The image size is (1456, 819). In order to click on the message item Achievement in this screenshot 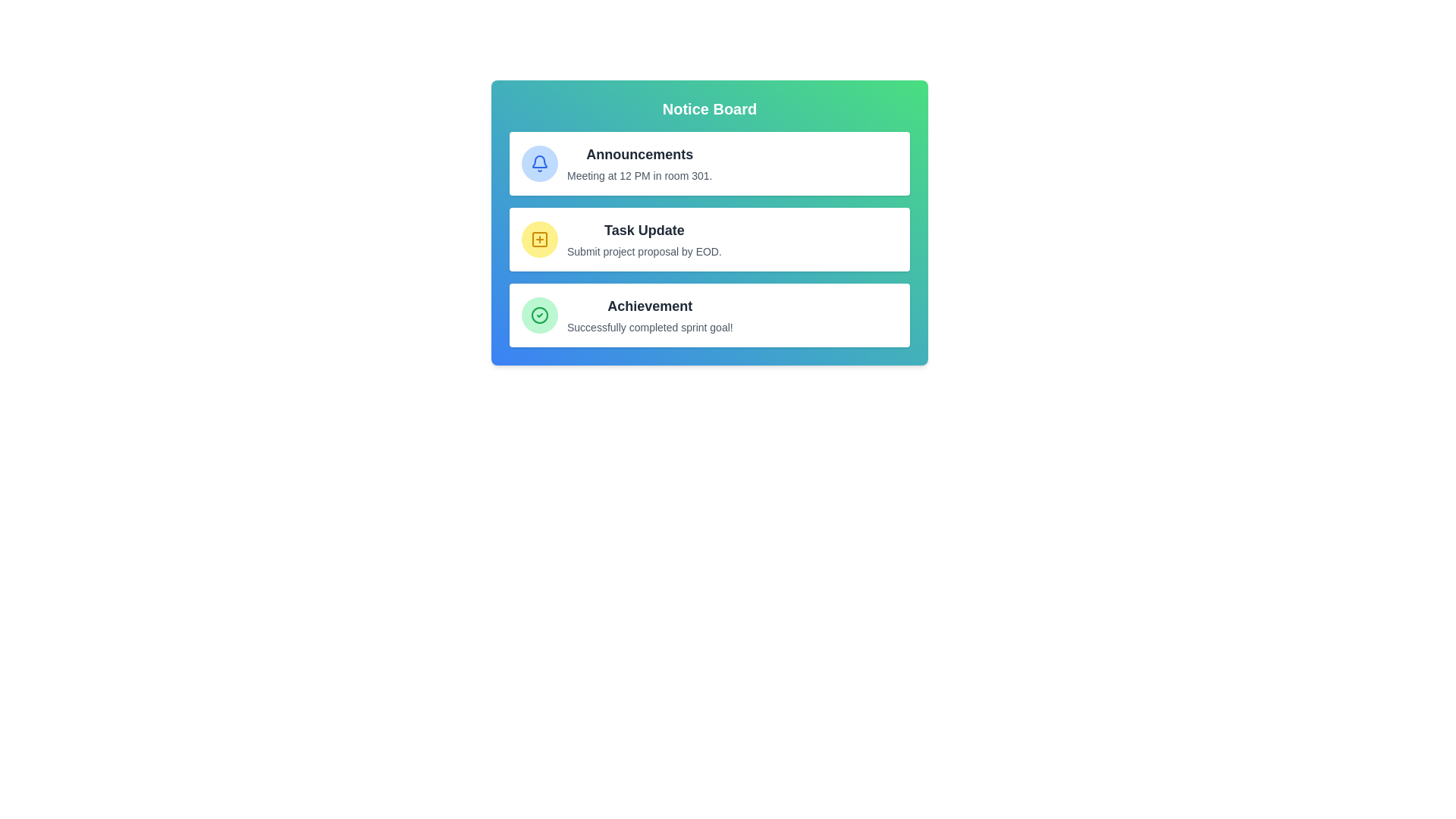, I will do `click(709, 315)`.